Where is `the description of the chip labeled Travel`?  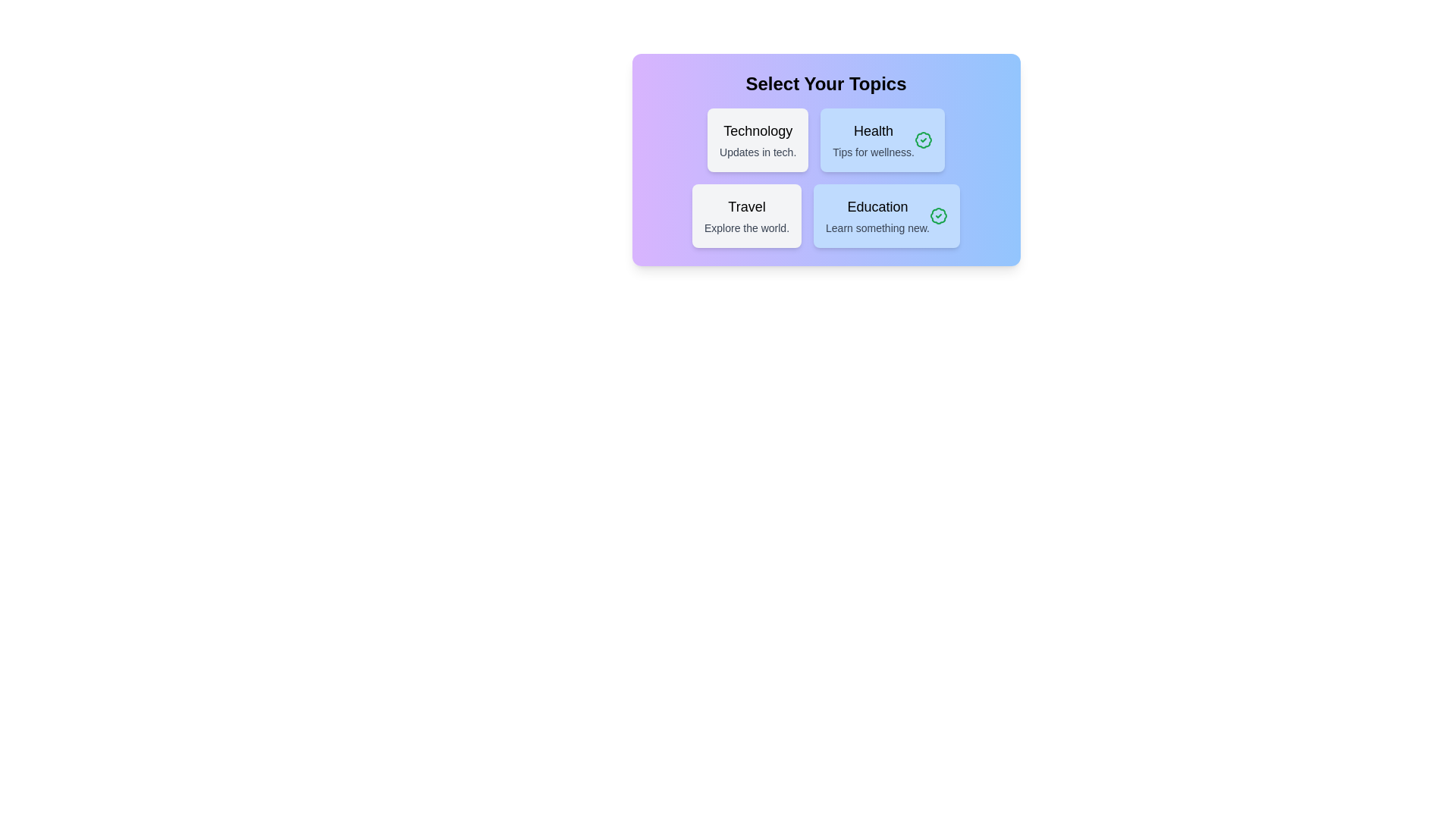
the description of the chip labeled Travel is located at coordinates (746, 216).